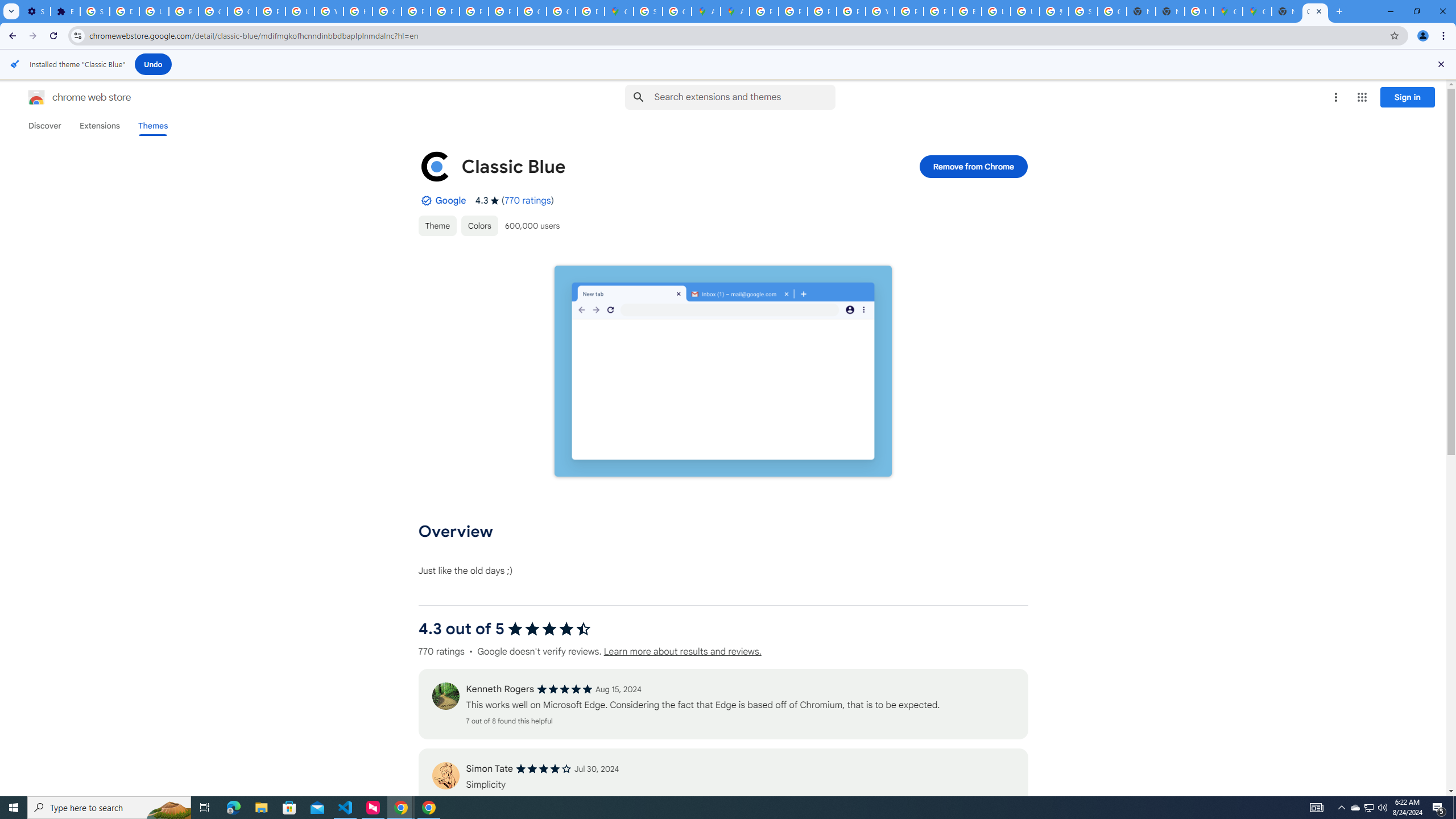 The height and width of the screenshot is (819, 1456). Describe the element at coordinates (1335, 97) in the screenshot. I see `'More options menu'` at that location.